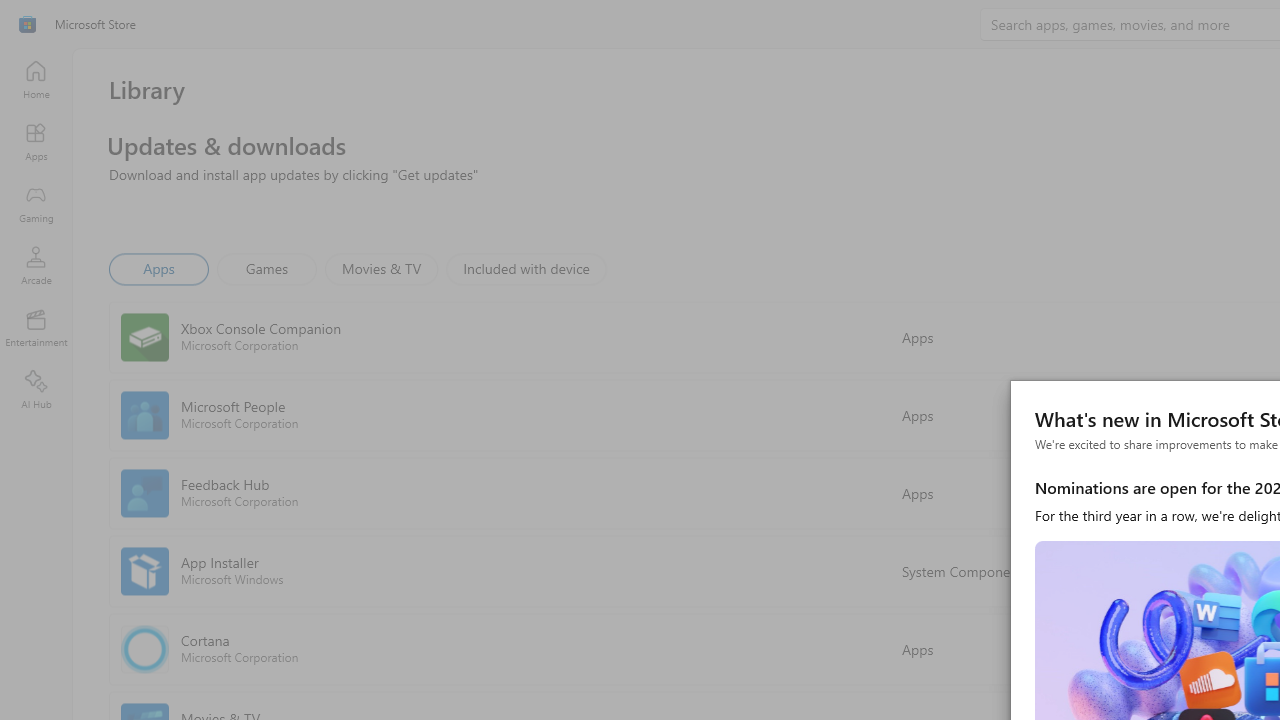  What do you see at coordinates (35, 390) in the screenshot?
I see `'AI Hub'` at bounding box center [35, 390].